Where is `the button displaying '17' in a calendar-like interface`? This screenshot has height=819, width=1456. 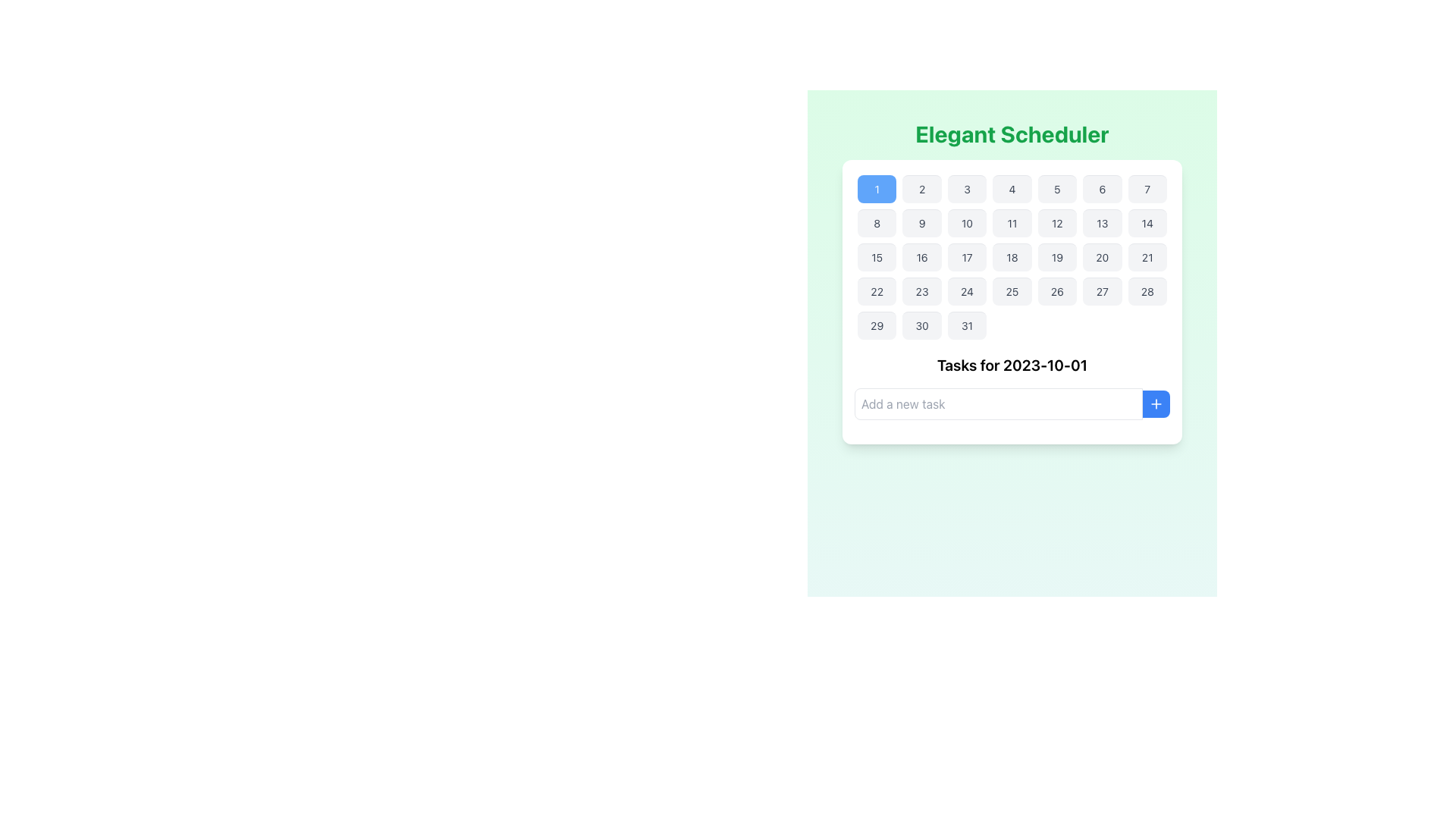
the button displaying '17' in a calendar-like interface is located at coordinates (966, 256).